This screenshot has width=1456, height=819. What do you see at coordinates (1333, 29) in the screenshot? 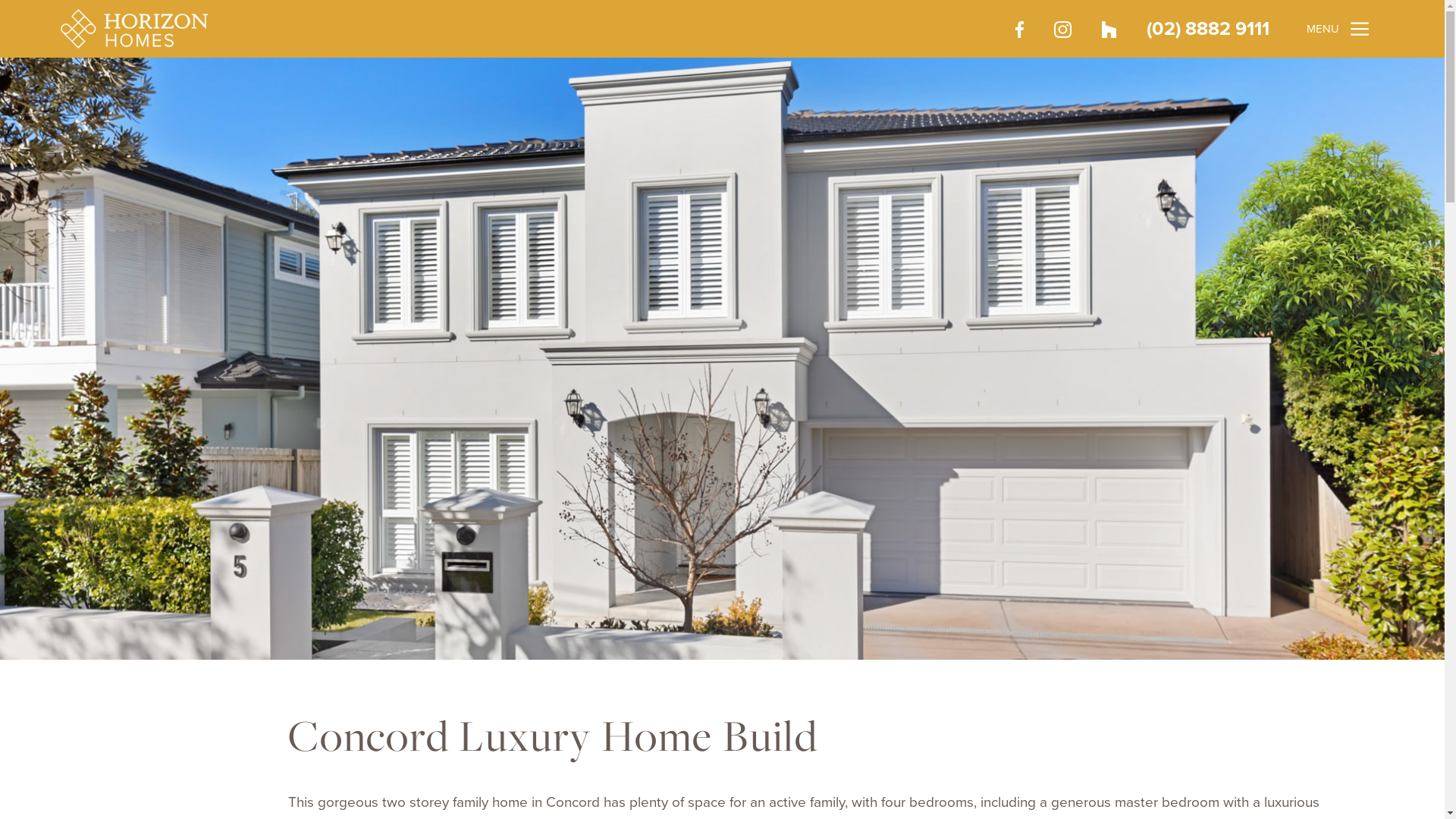
I see `'MENU'` at bounding box center [1333, 29].